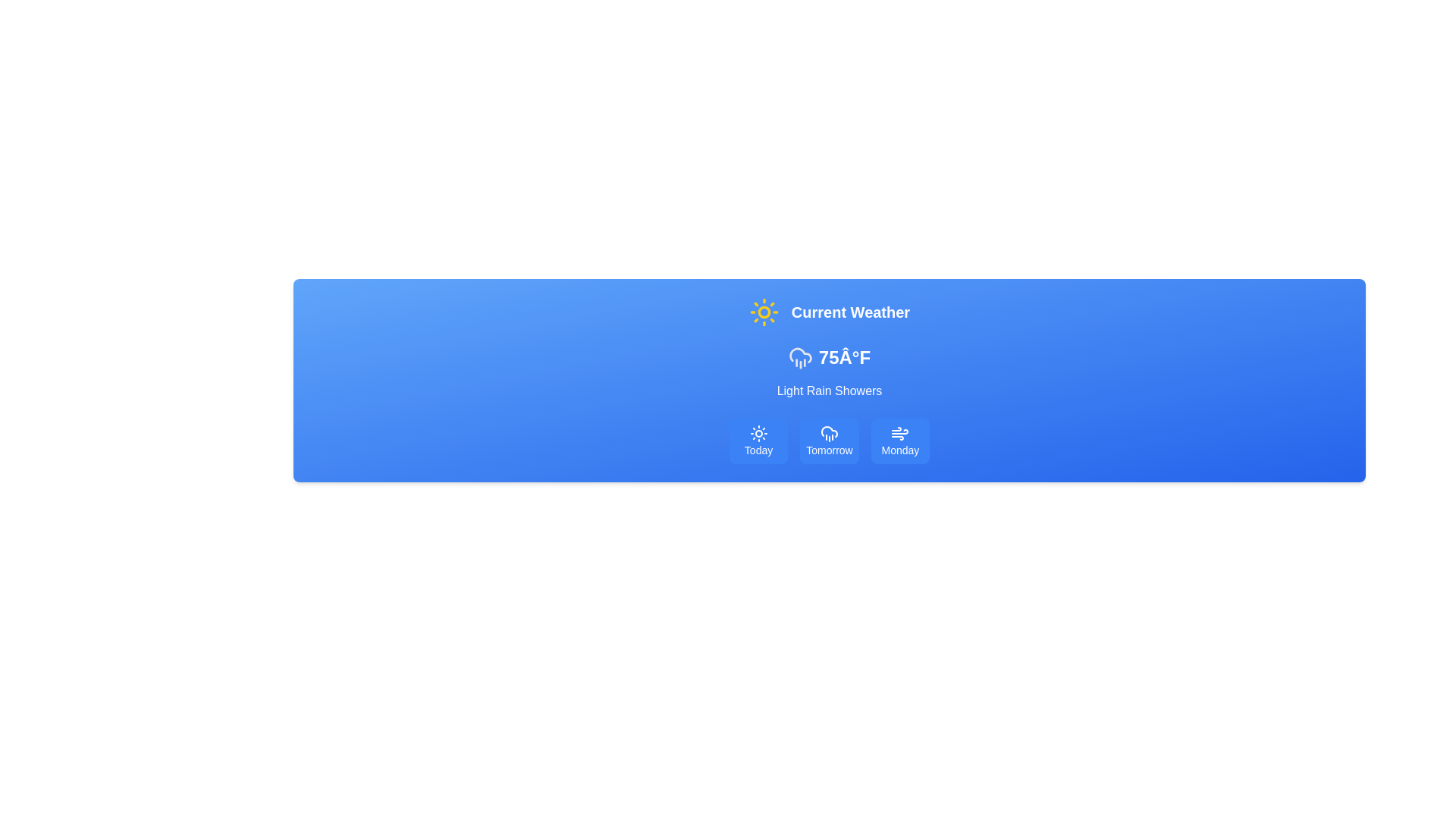  What do you see at coordinates (829, 450) in the screenshot?
I see `the 'Tomorrow' text label, which is the second option in a row of three, located at the bottom-center of a card-like layout with a blue background` at bounding box center [829, 450].